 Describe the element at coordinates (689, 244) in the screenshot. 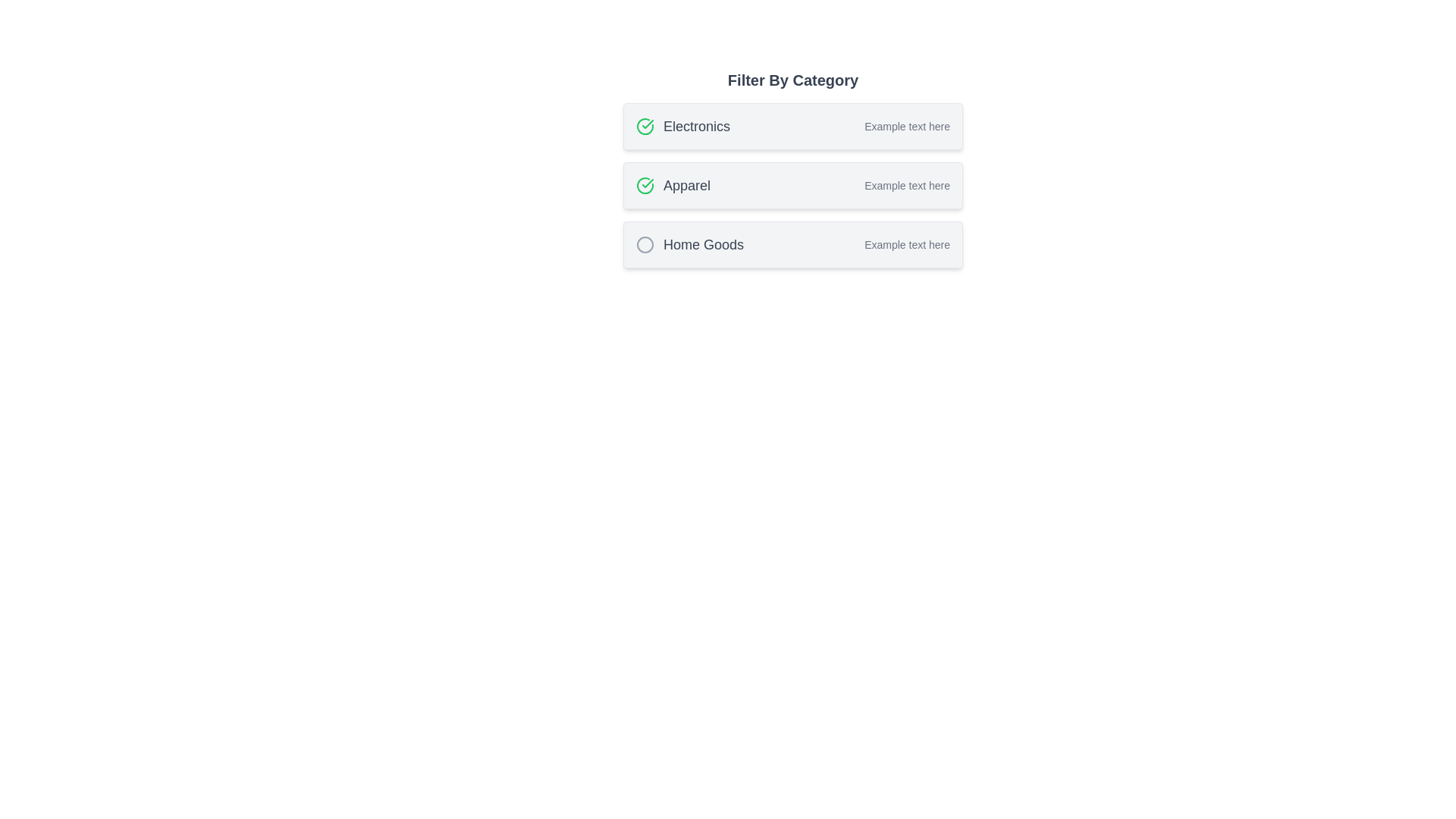

I see `the text label that serves as an identifier for a selectable category located beneath the 'Apparel' item in a vertically stacked list` at that location.